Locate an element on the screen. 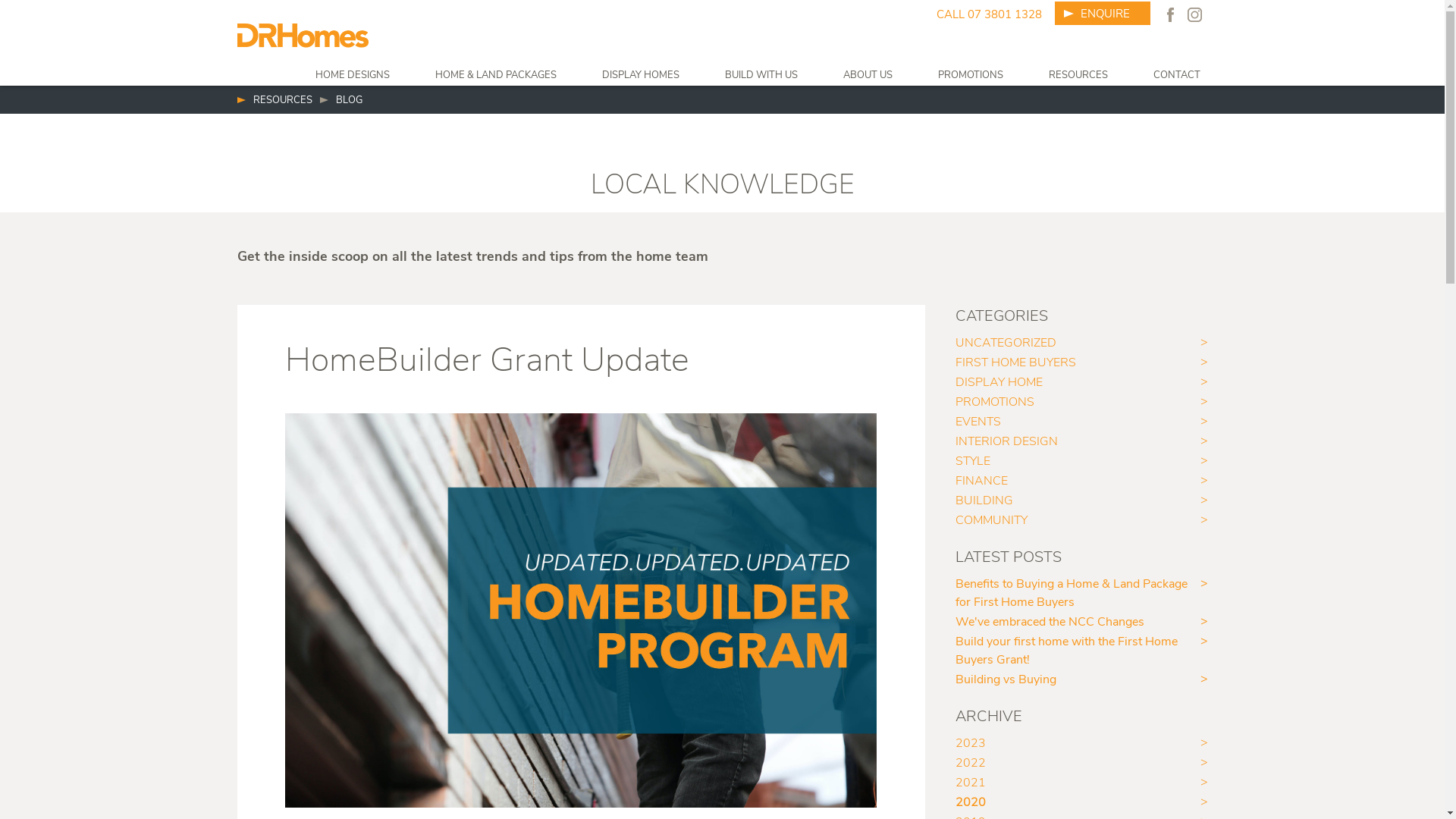 The image size is (1456, 819). 'UNCATEGORIZED' is located at coordinates (1080, 342).